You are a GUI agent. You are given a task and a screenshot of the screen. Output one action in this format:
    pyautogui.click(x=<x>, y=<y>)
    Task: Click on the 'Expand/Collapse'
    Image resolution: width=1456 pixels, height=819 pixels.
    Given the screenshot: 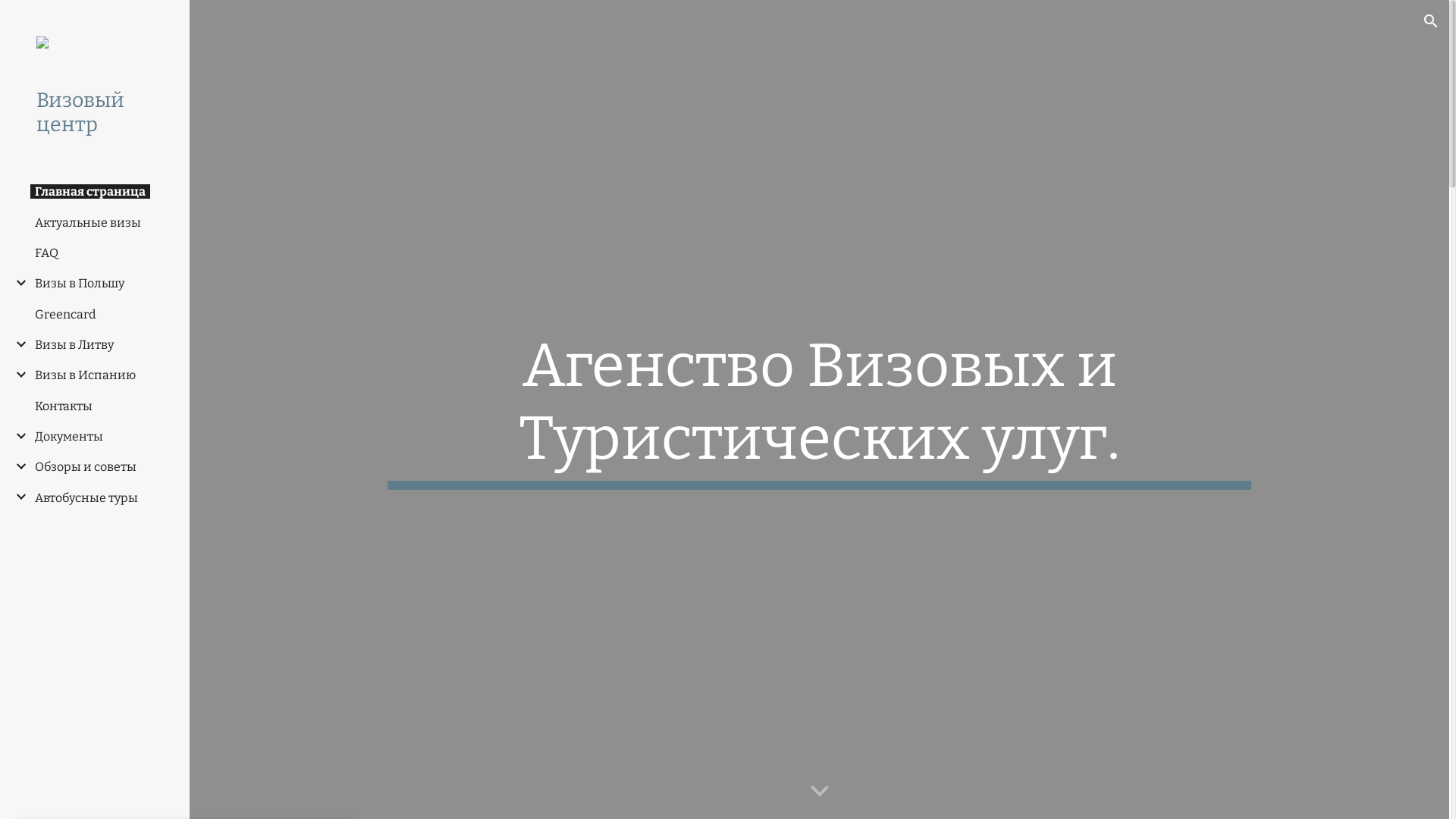 What is the action you would take?
    pyautogui.click(x=17, y=374)
    